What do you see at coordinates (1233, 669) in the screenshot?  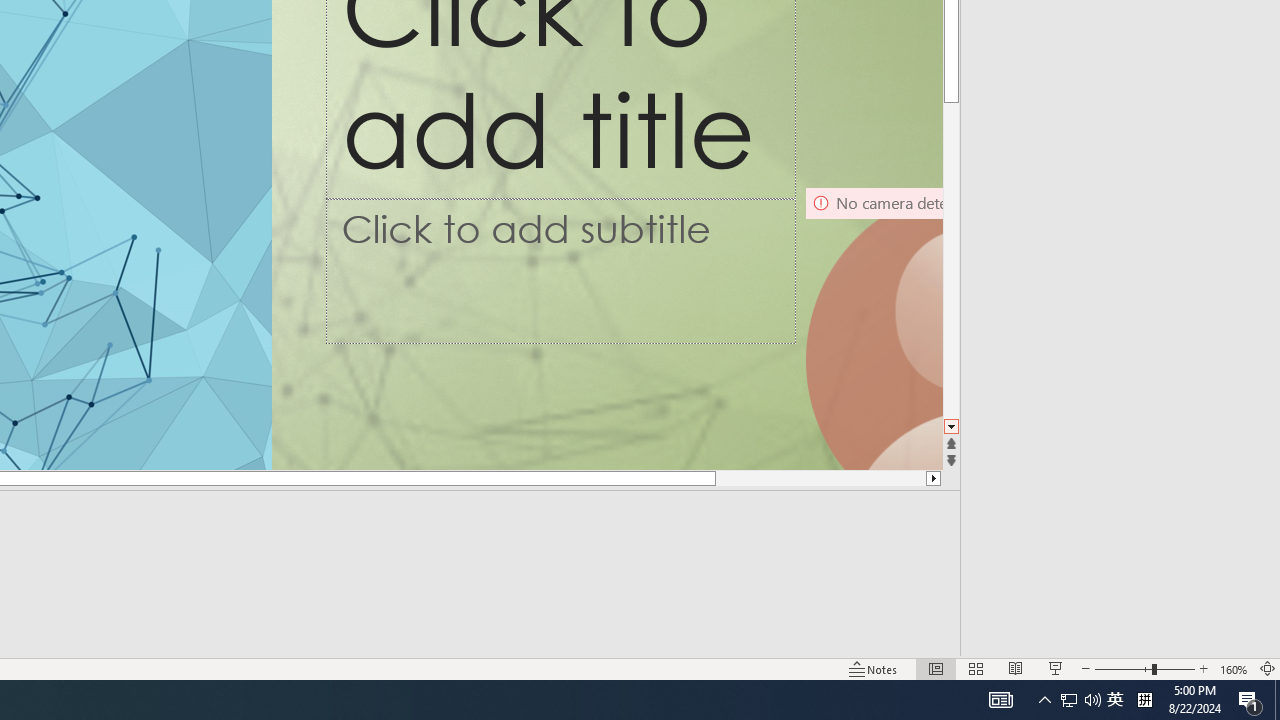 I see `'Zoom 160%'` at bounding box center [1233, 669].